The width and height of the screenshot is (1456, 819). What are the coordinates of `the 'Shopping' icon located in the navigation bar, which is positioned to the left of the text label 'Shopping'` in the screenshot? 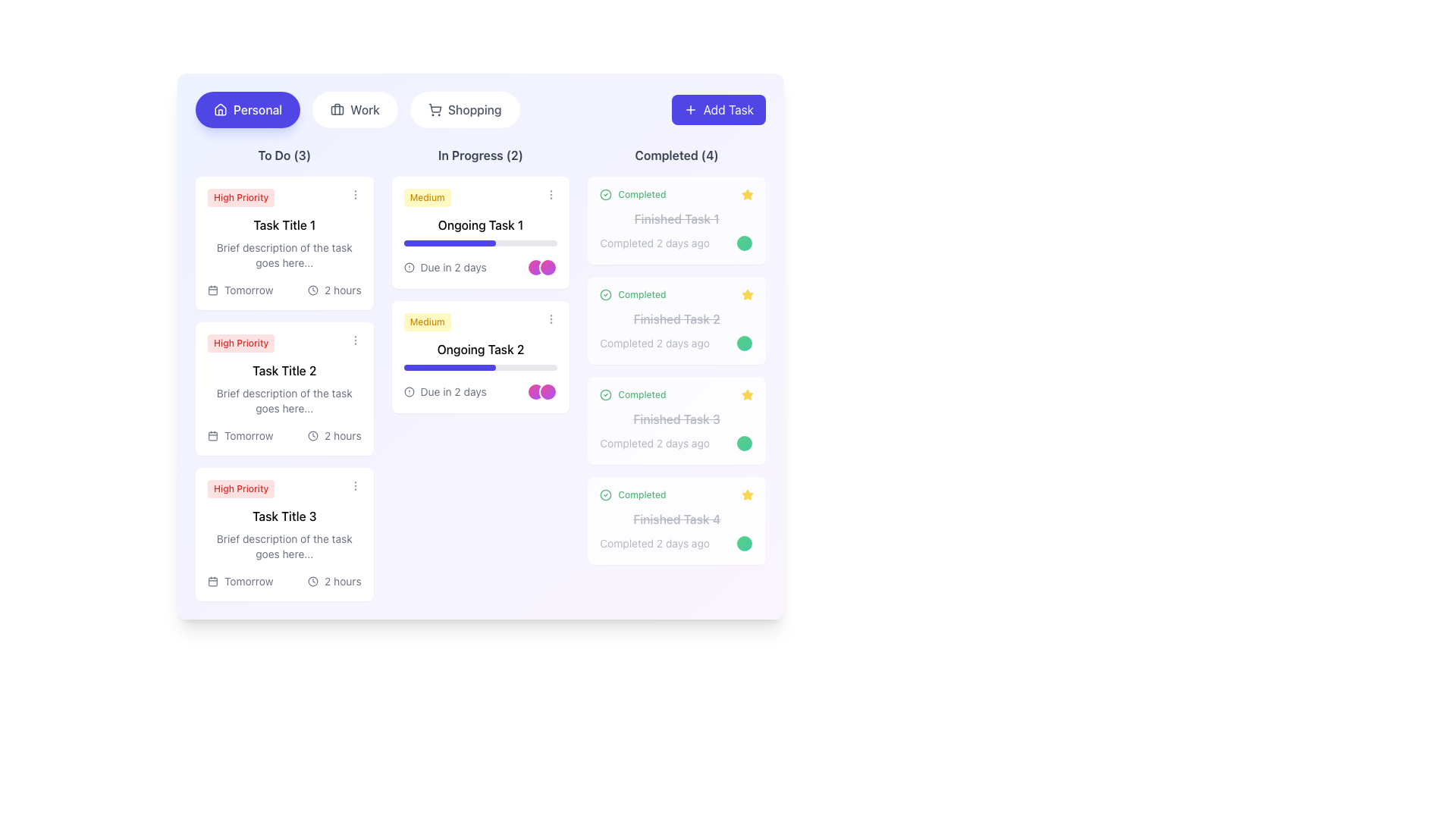 It's located at (434, 109).